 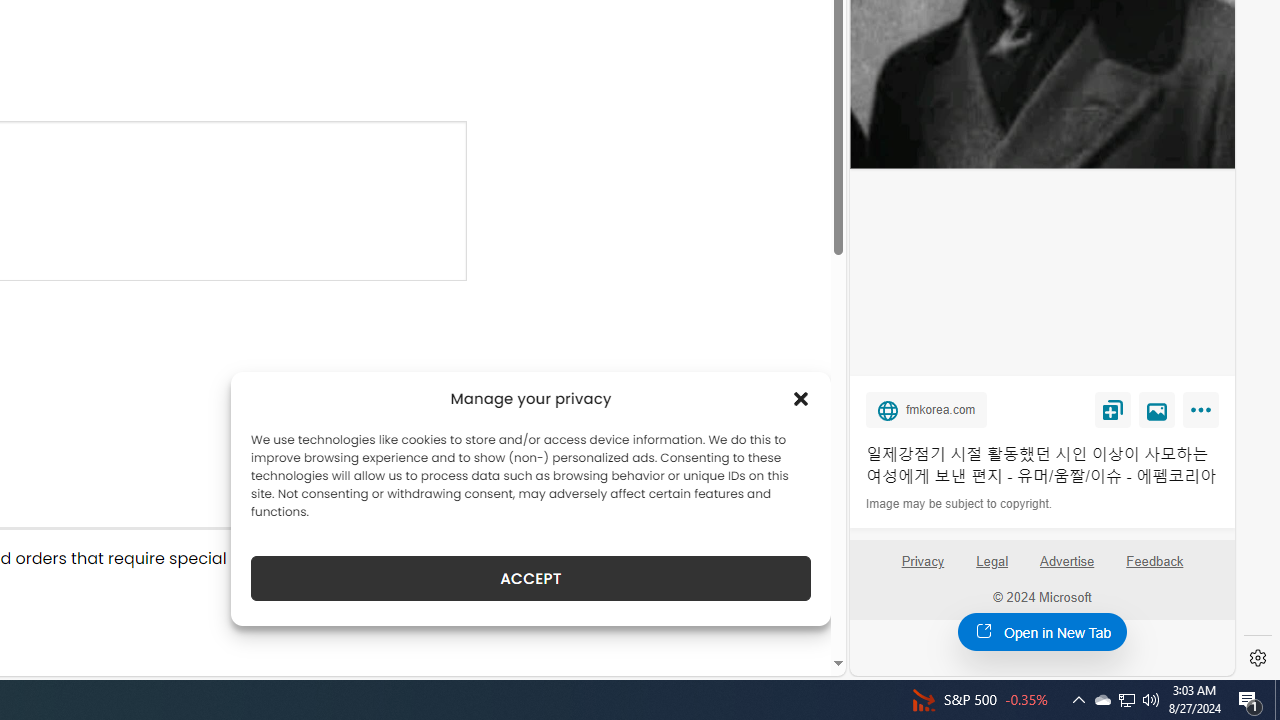 What do you see at coordinates (992, 561) in the screenshot?
I see `'Legal'` at bounding box center [992, 561].